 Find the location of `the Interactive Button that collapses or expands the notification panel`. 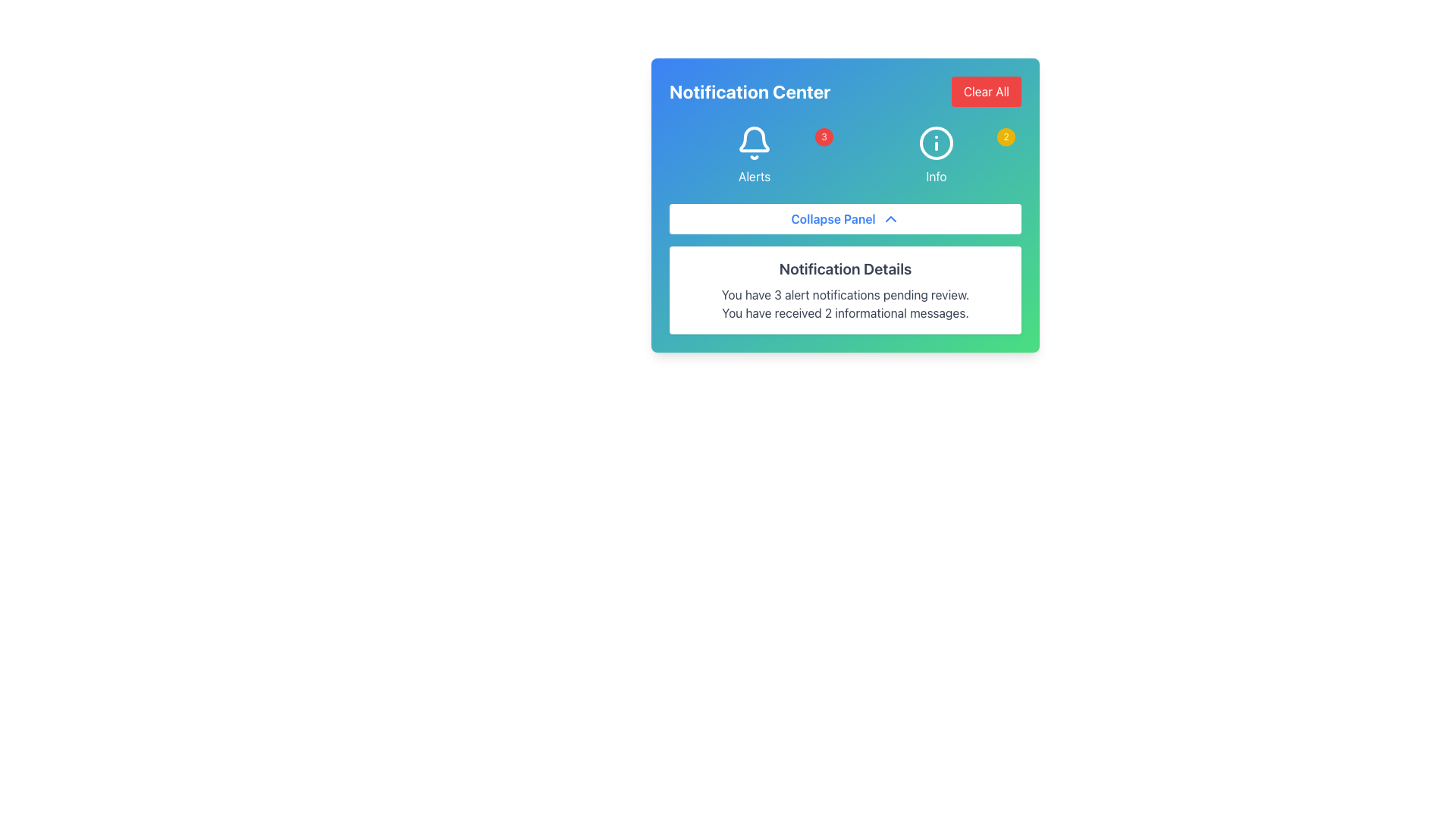

the Interactive Button that collapses or expands the notification panel is located at coordinates (844, 205).